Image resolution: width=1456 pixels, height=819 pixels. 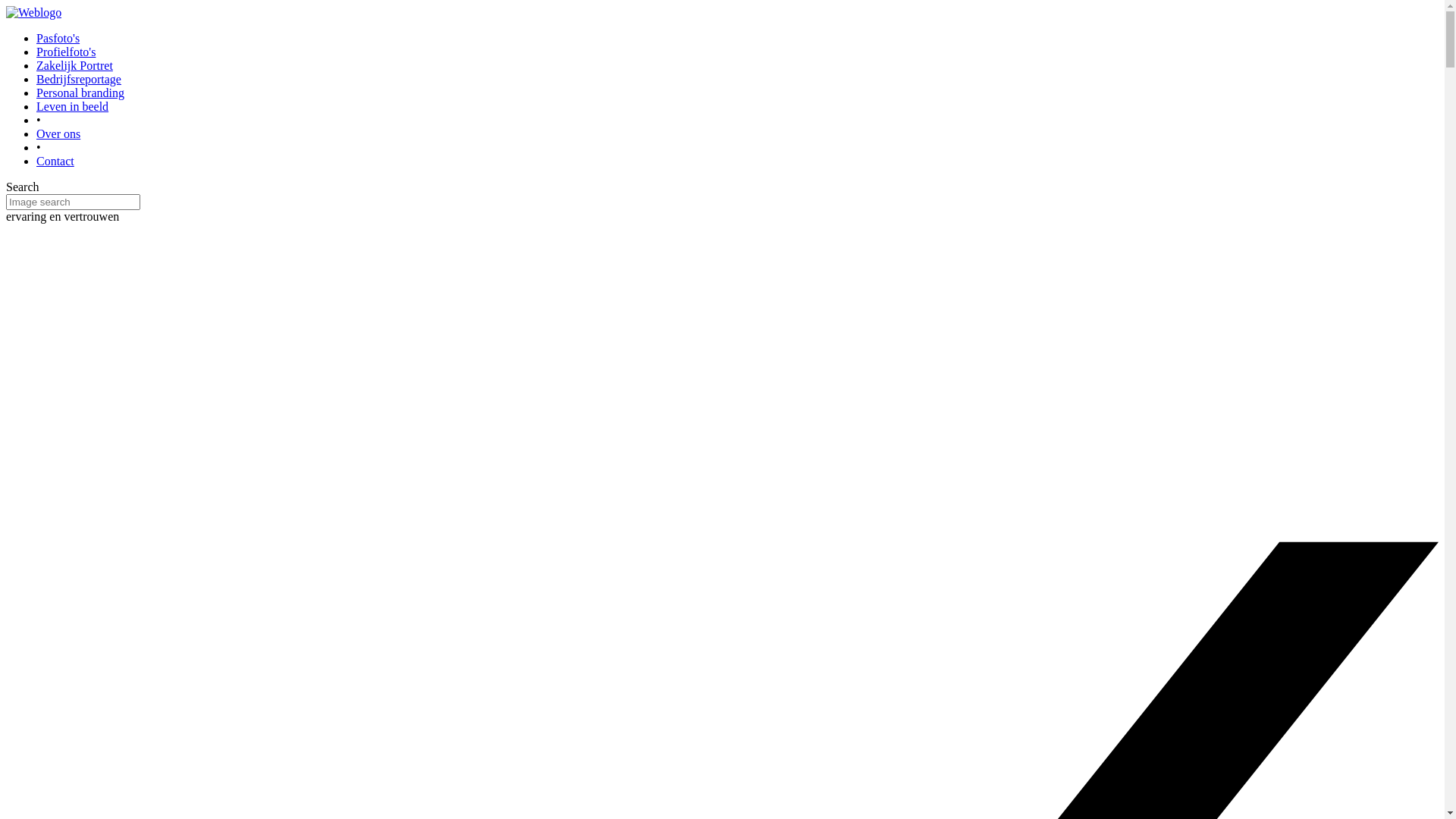 What do you see at coordinates (36, 133) in the screenshot?
I see `'Over ons'` at bounding box center [36, 133].